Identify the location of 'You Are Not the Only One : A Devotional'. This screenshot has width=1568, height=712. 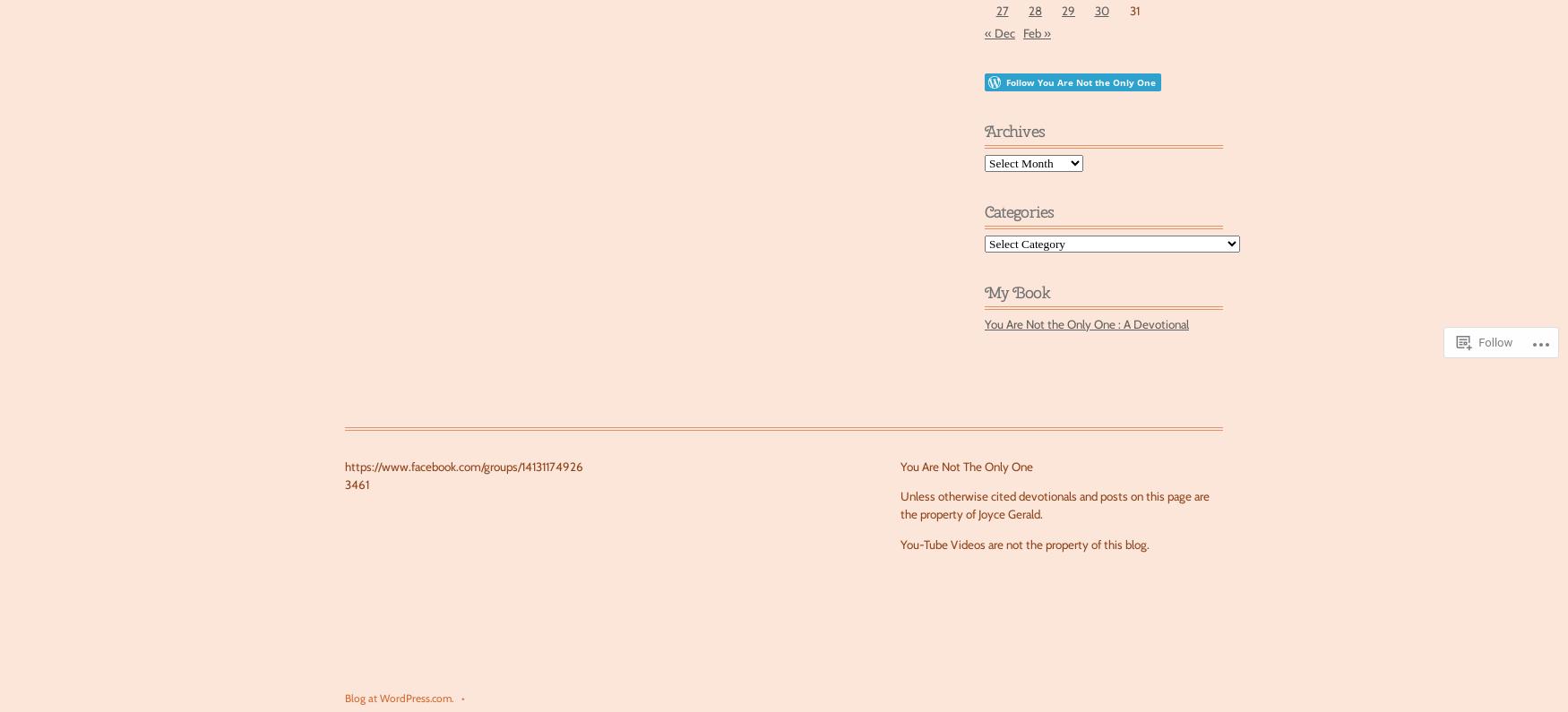
(1086, 323).